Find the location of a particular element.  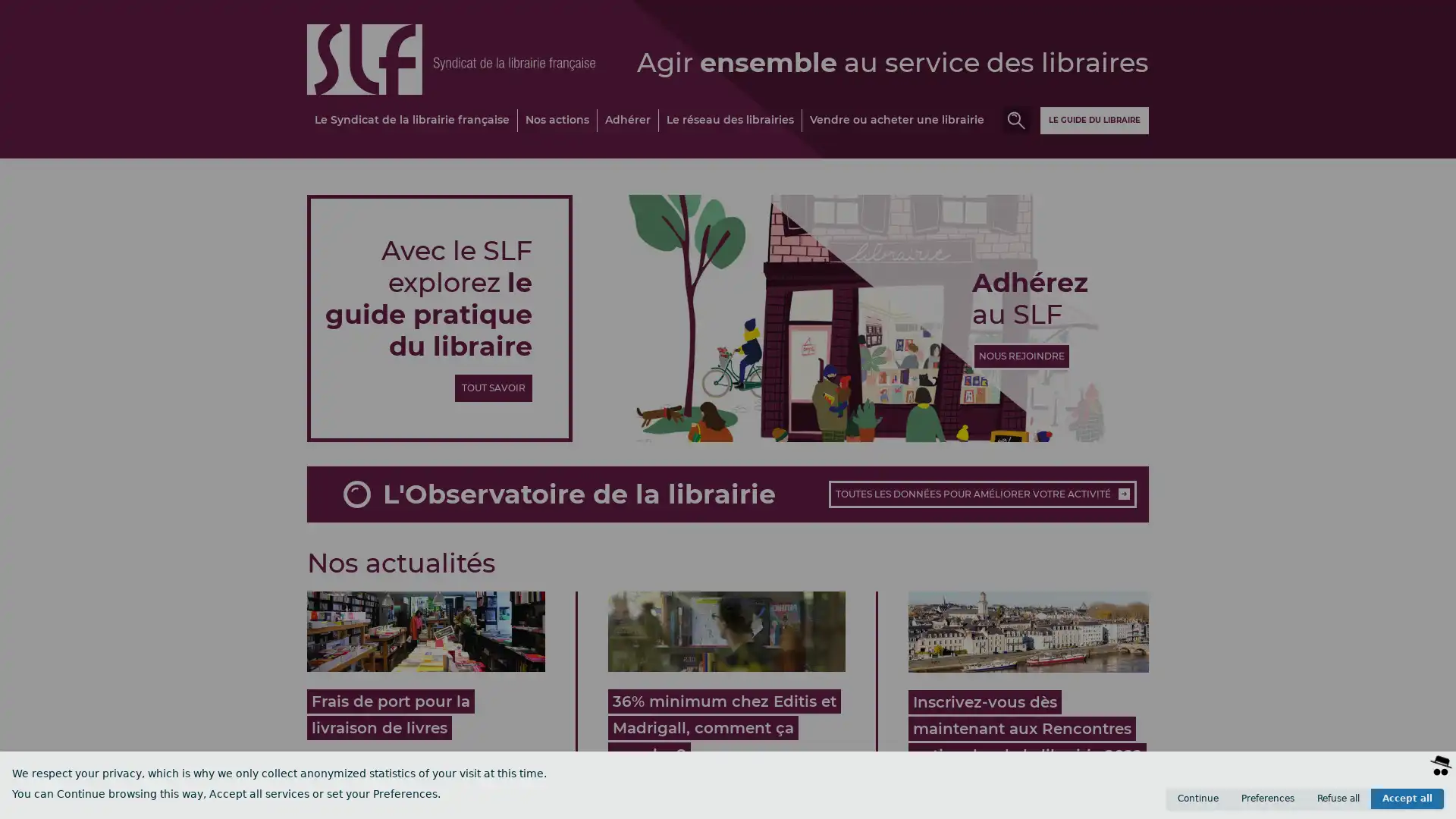

Refuse all is located at coordinates (1338, 798).